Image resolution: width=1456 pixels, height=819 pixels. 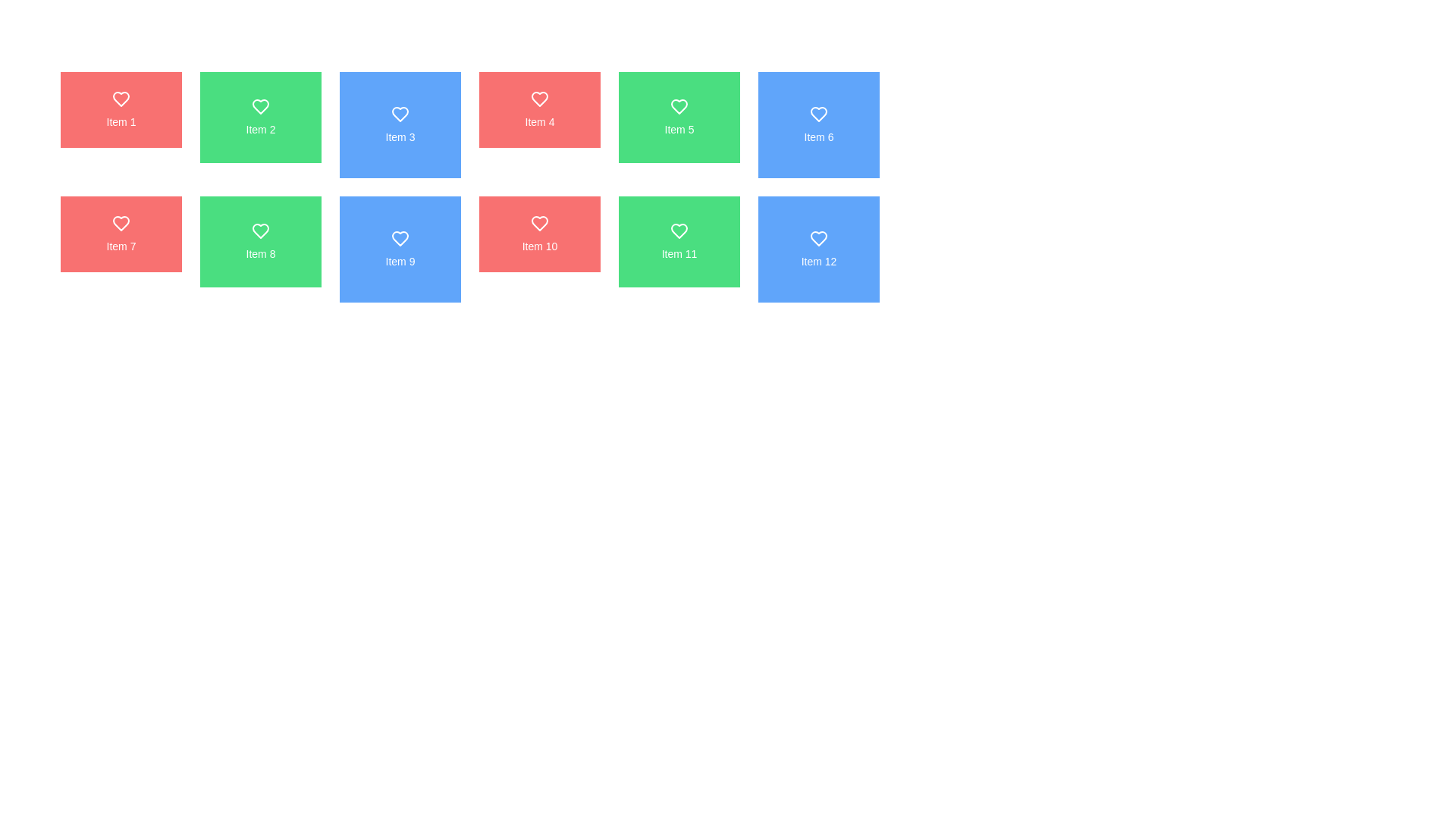 What do you see at coordinates (120, 99) in the screenshot?
I see `the heart icon located in the top-left tile labeled 'Item 1'` at bounding box center [120, 99].